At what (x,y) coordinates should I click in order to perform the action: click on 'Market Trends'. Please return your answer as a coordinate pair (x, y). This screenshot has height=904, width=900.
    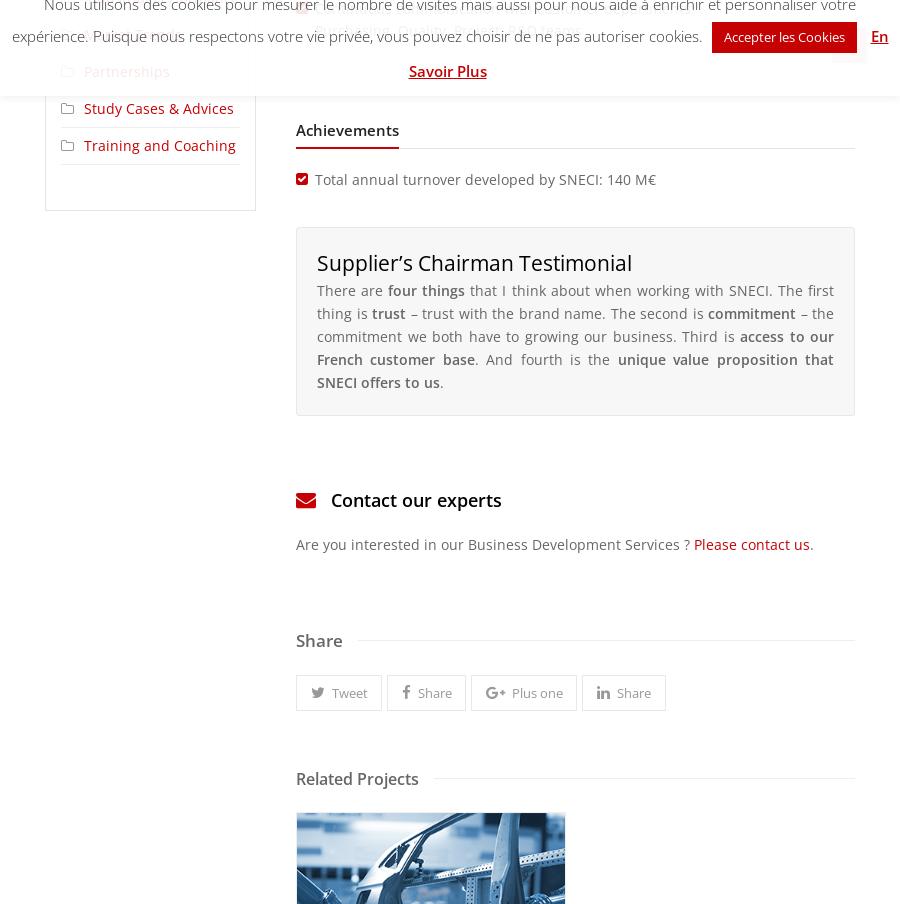
    Looking at the image, I should click on (133, 33).